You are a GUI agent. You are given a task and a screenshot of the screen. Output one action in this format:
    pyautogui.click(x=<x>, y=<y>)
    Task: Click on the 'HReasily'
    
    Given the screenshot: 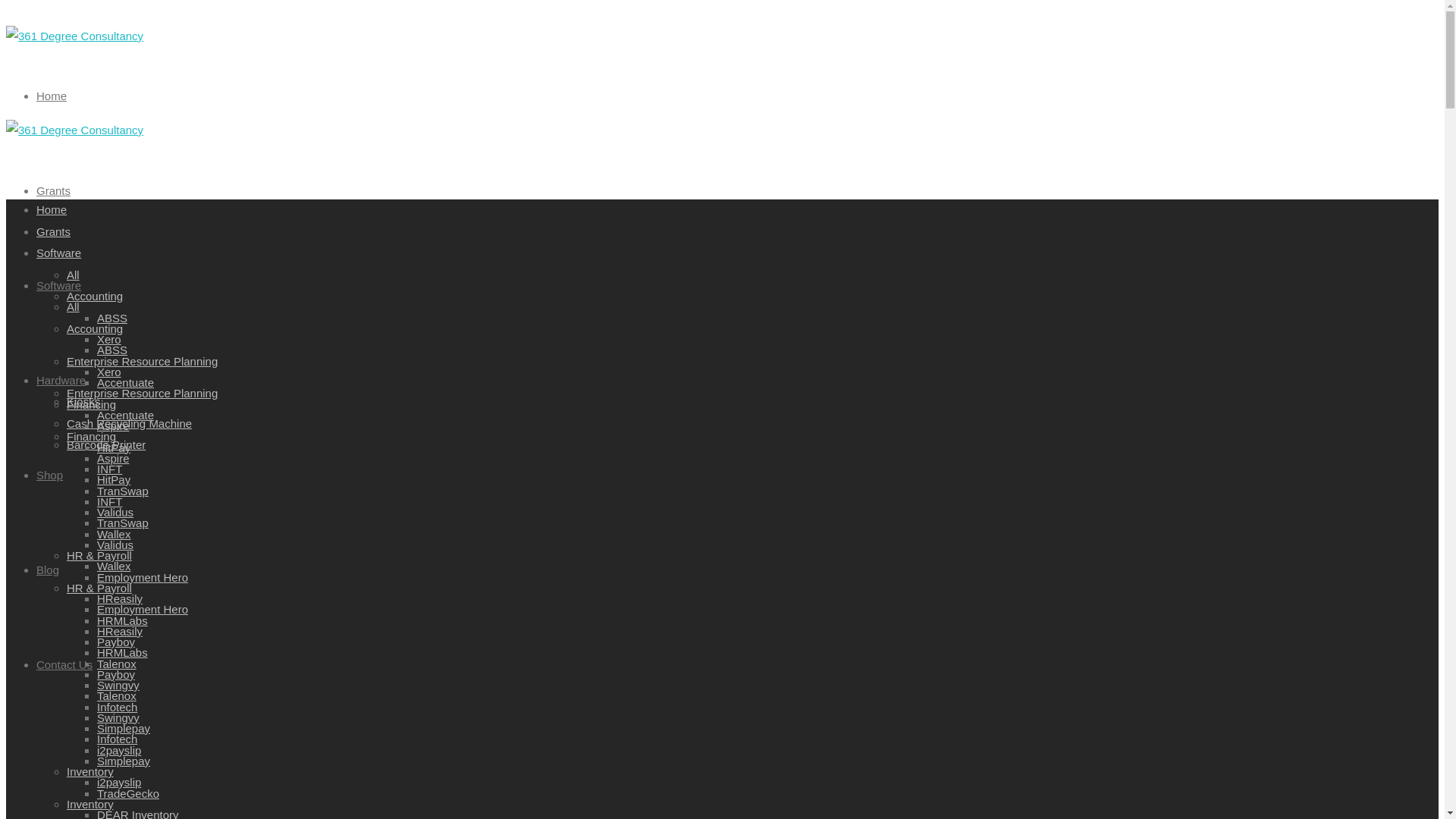 What is the action you would take?
    pyautogui.click(x=119, y=631)
    